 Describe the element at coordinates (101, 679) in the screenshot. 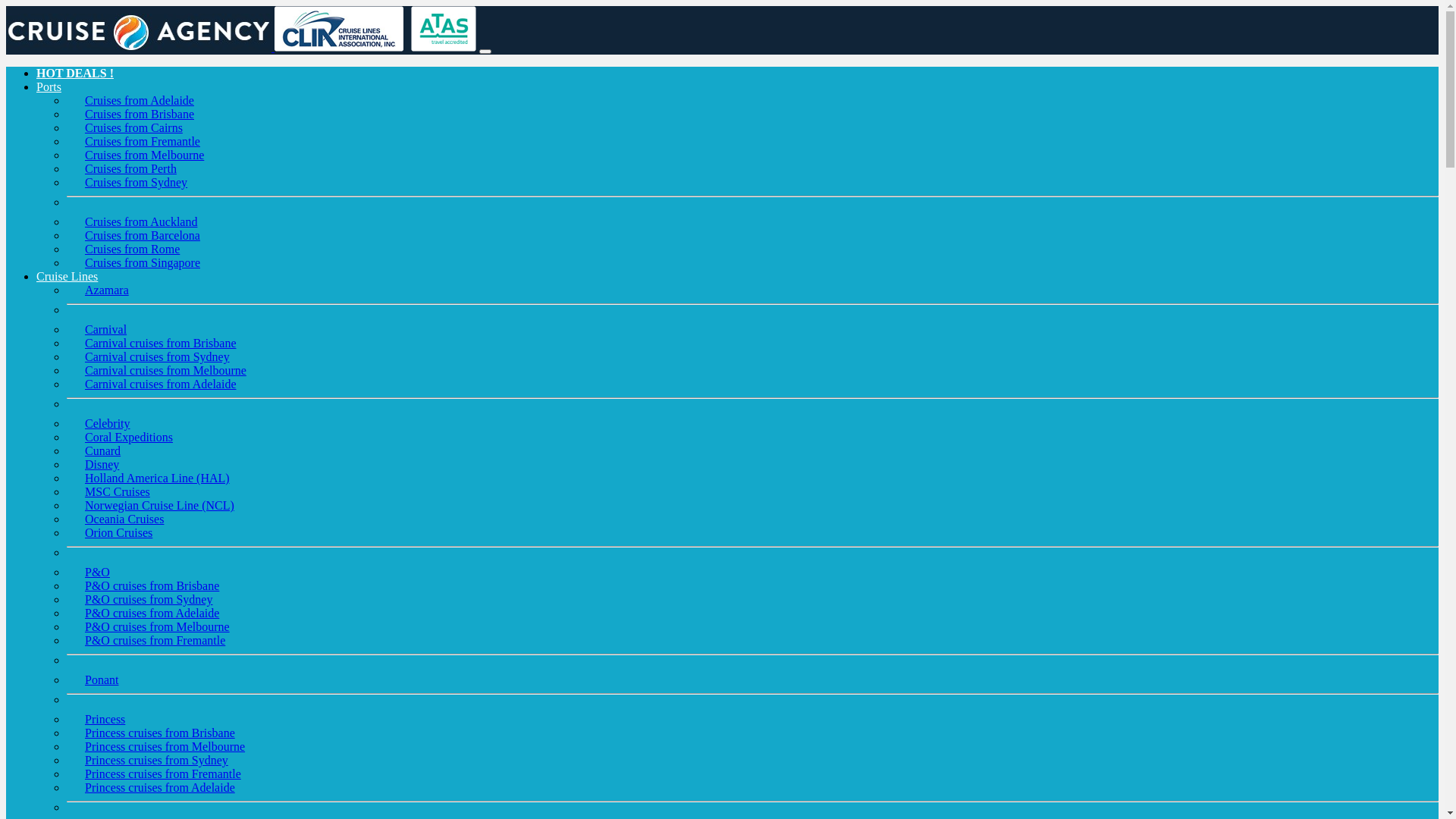

I see `'Ponant'` at that location.